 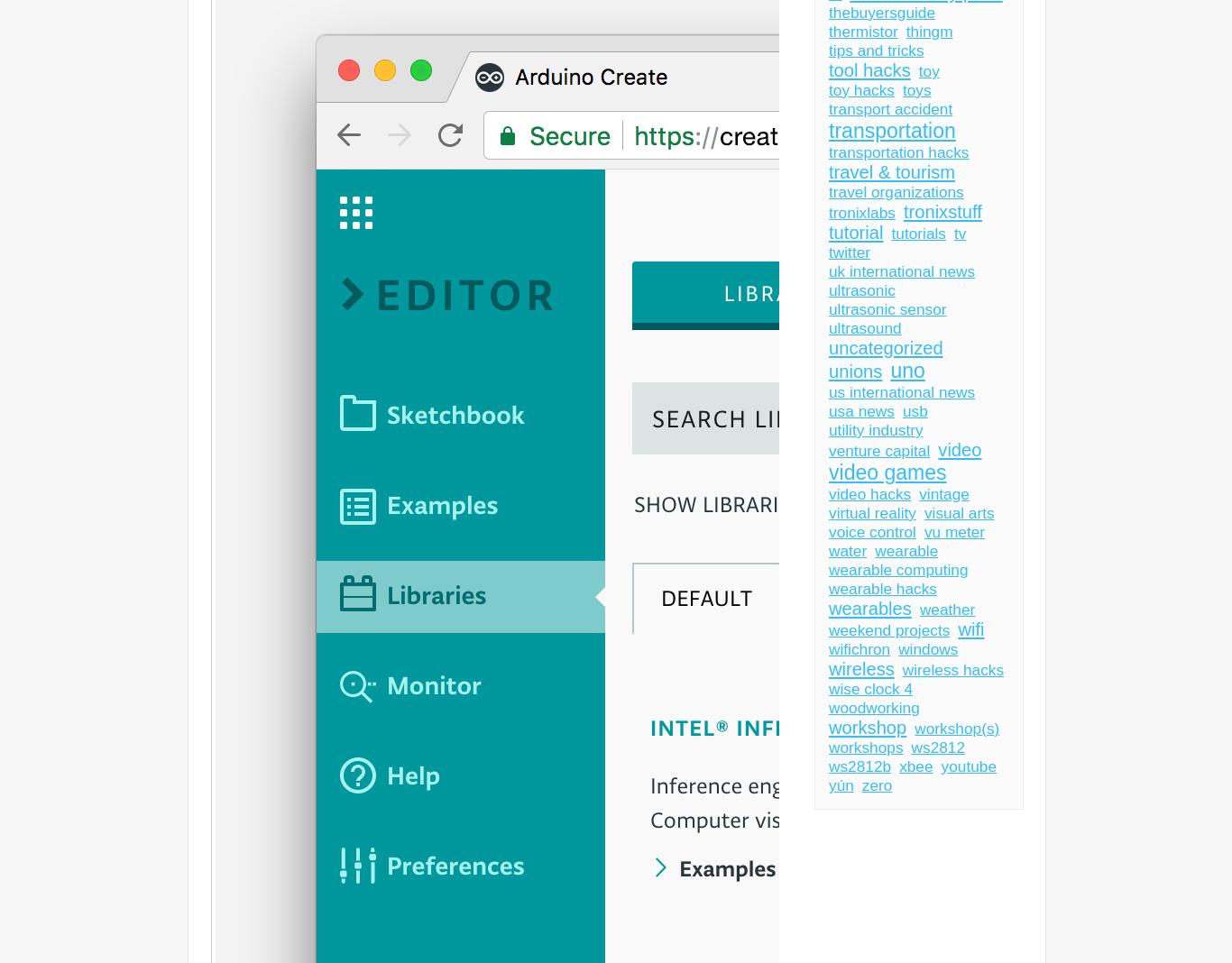 I want to click on 'ultrasound', so click(x=864, y=326).